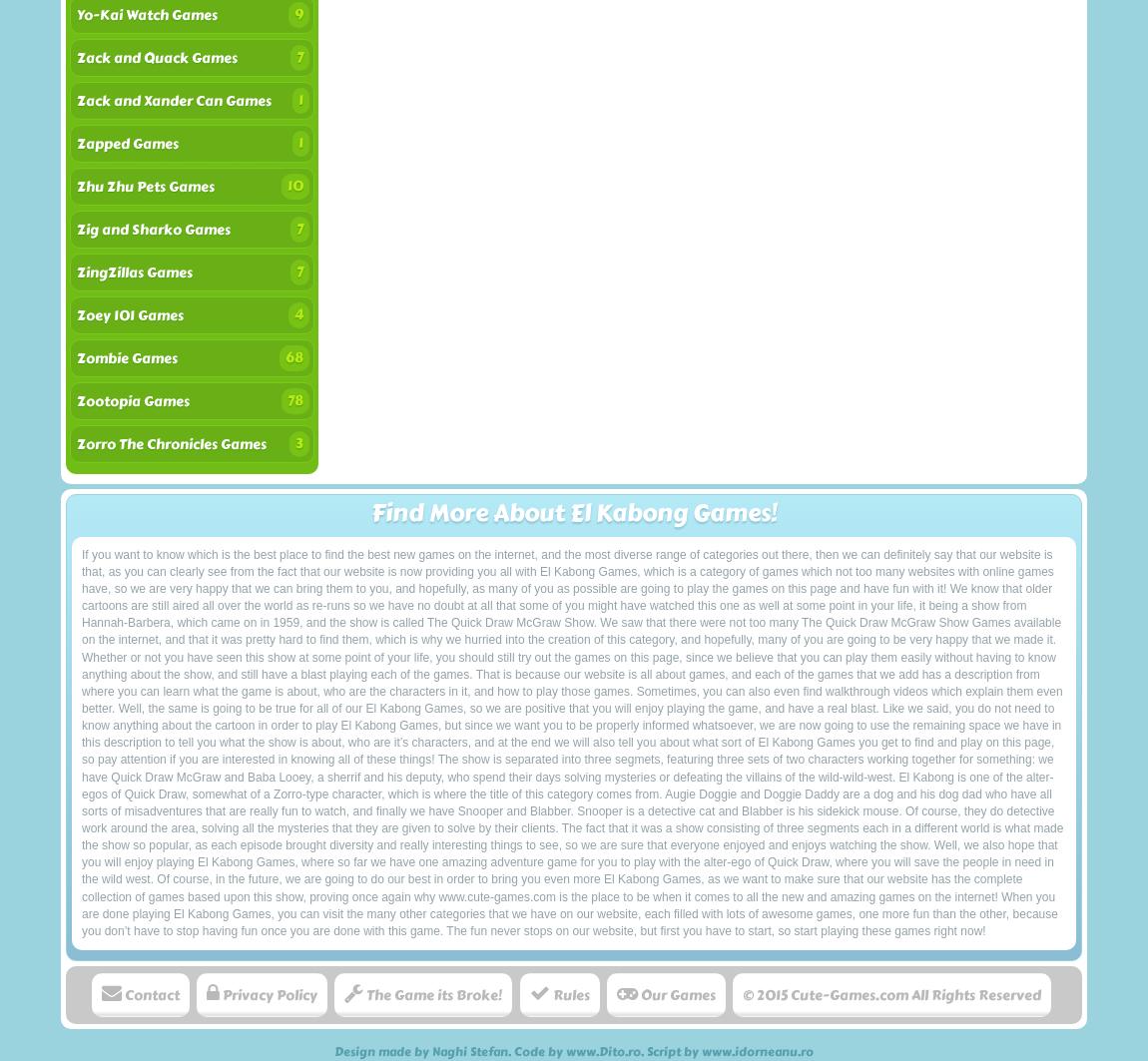  What do you see at coordinates (907, 994) in the screenshot?
I see `'All Rights Reserved'` at bounding box center [907, 994].